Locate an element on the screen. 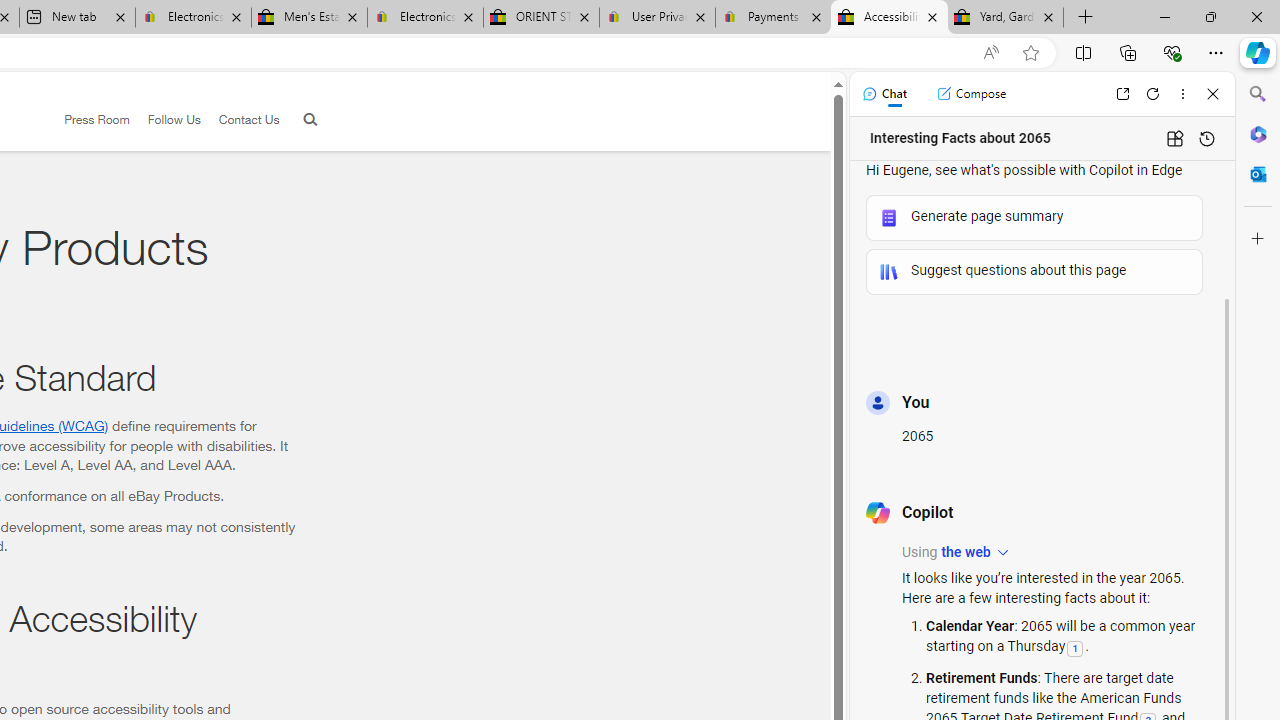 The width and height of the screenshot is (1280, 720). 'Contact Us' is located at coordinates (240, 120).